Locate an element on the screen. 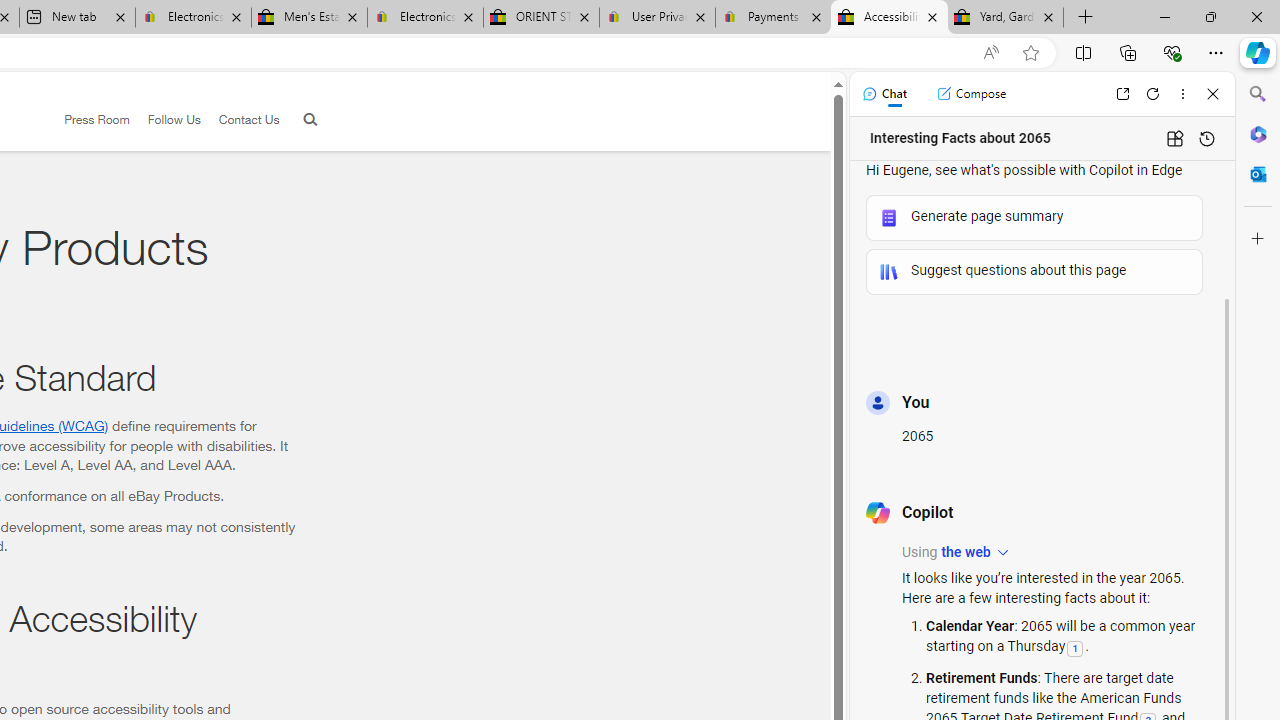 The width and height of the screenshot is (1280, 720). 'Contact Us' is located at coordinates (240, 120).